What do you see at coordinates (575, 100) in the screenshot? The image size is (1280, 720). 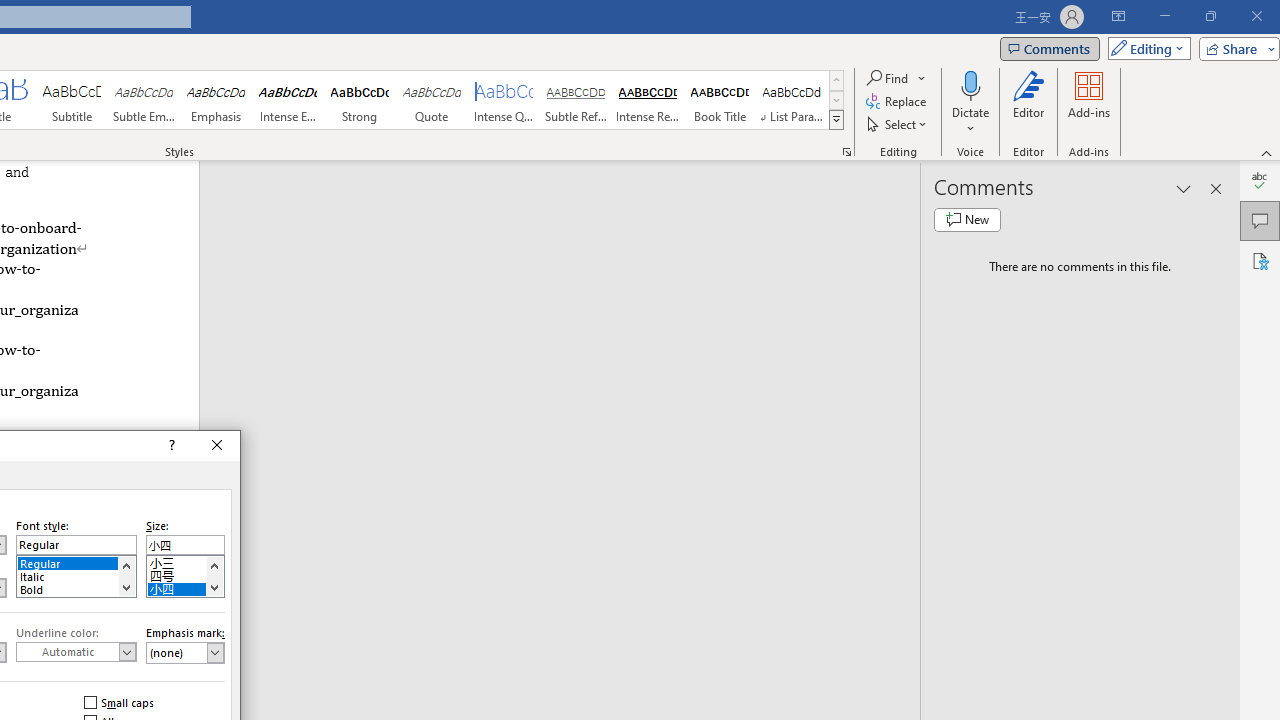 I see `'Subtle Reference'` at bounding box center [575, 100].